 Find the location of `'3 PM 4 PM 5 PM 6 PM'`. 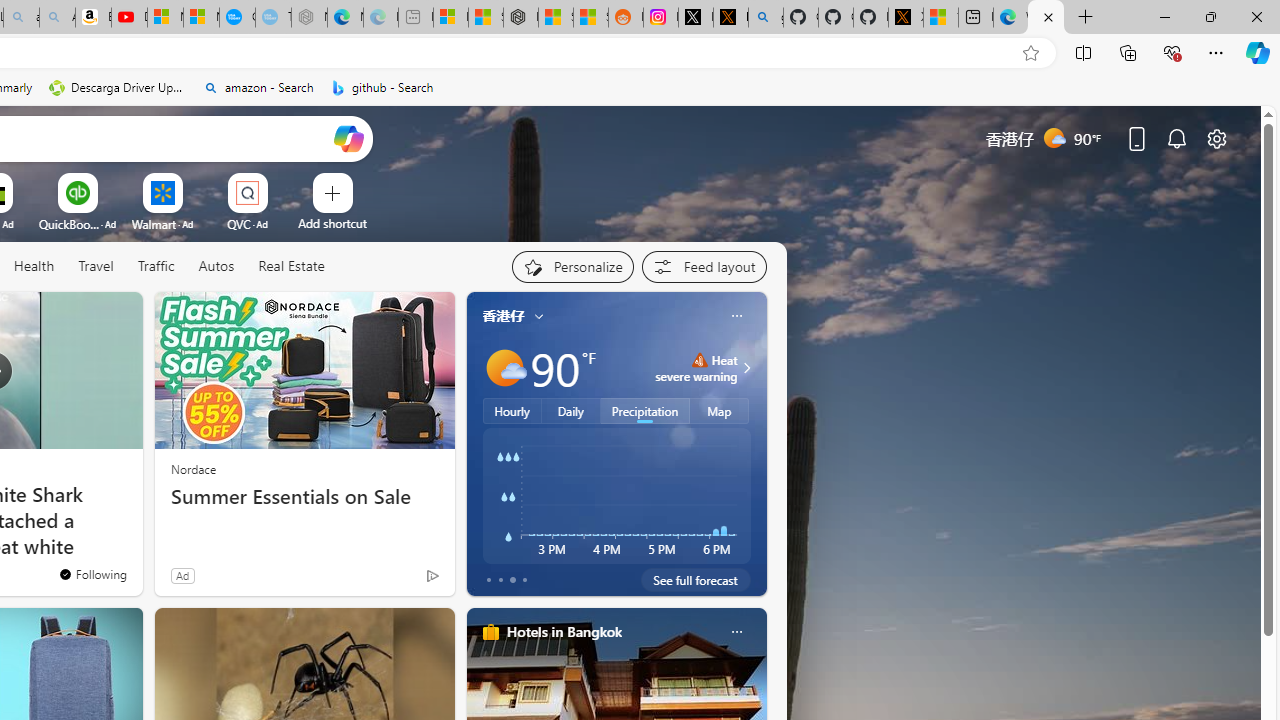

'3 PM 4 PM 5 PM 6 PM' is located at coordinates (615, 495).